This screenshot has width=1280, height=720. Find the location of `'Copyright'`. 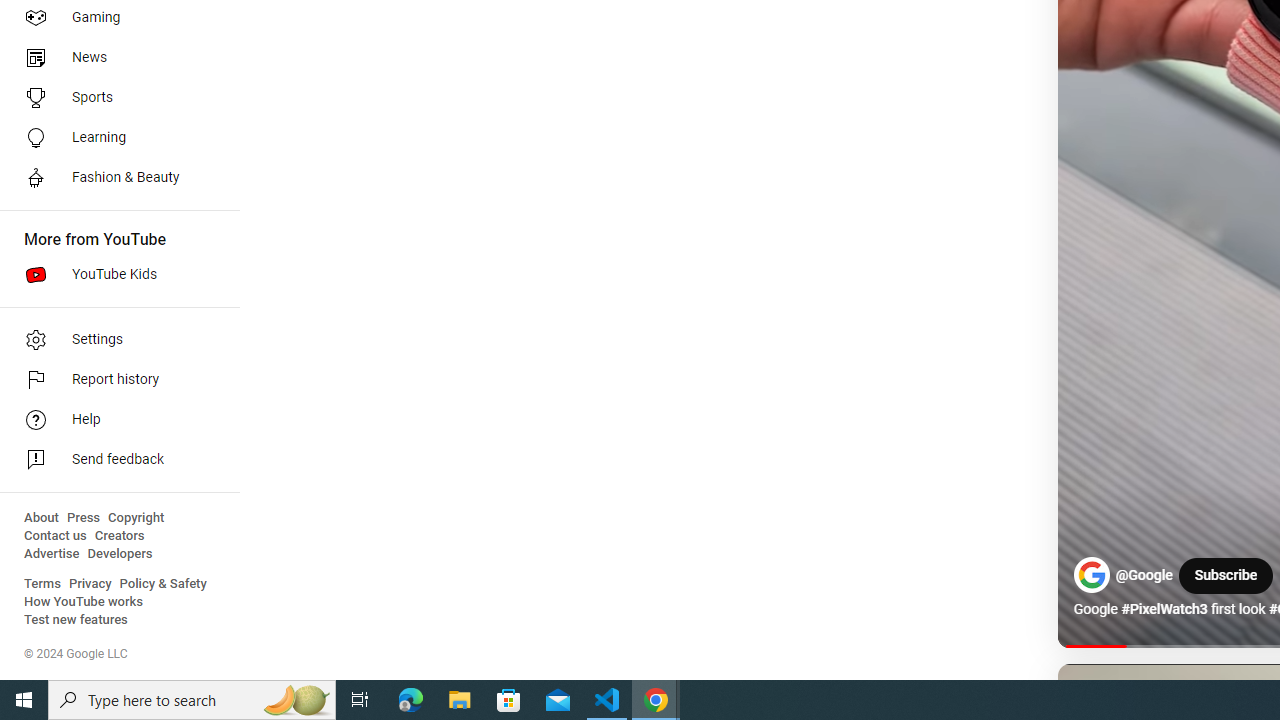

'Copyright' is located at coordinates (135, 517).